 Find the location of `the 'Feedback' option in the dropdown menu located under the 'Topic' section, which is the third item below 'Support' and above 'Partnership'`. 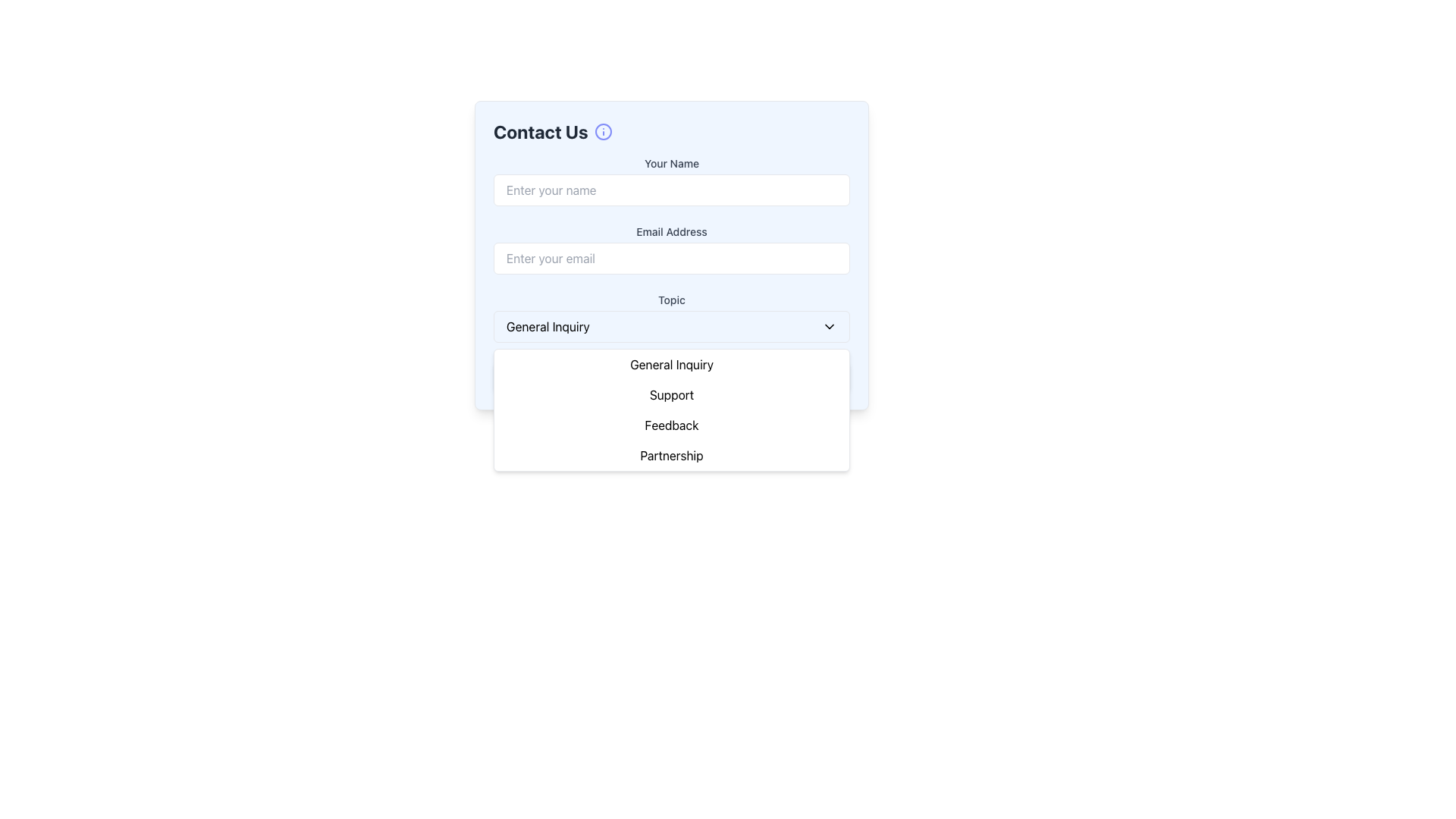

the 'Feedback' option in the dropdown menu located under the 'Topic' section, which is the third item below 'Support' and above 'Partnership' is located at coordinates (671, 425).